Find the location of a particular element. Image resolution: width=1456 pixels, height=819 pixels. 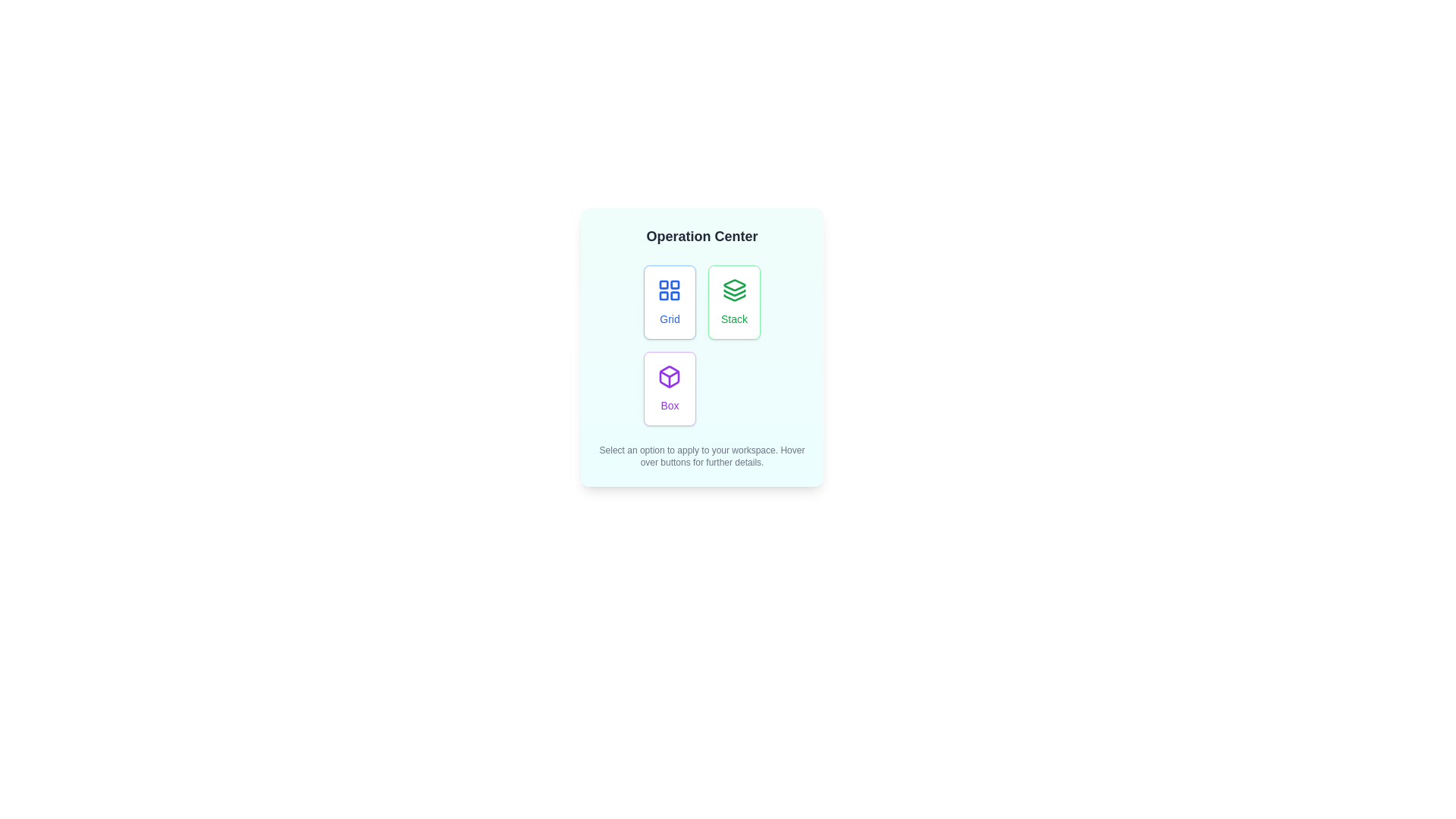

the bottom-left square tile of the 2x2 grid within the 'Grid' icon located in the upper-left corner of the 'Operation Center' section is located at coordinates (664, 296).